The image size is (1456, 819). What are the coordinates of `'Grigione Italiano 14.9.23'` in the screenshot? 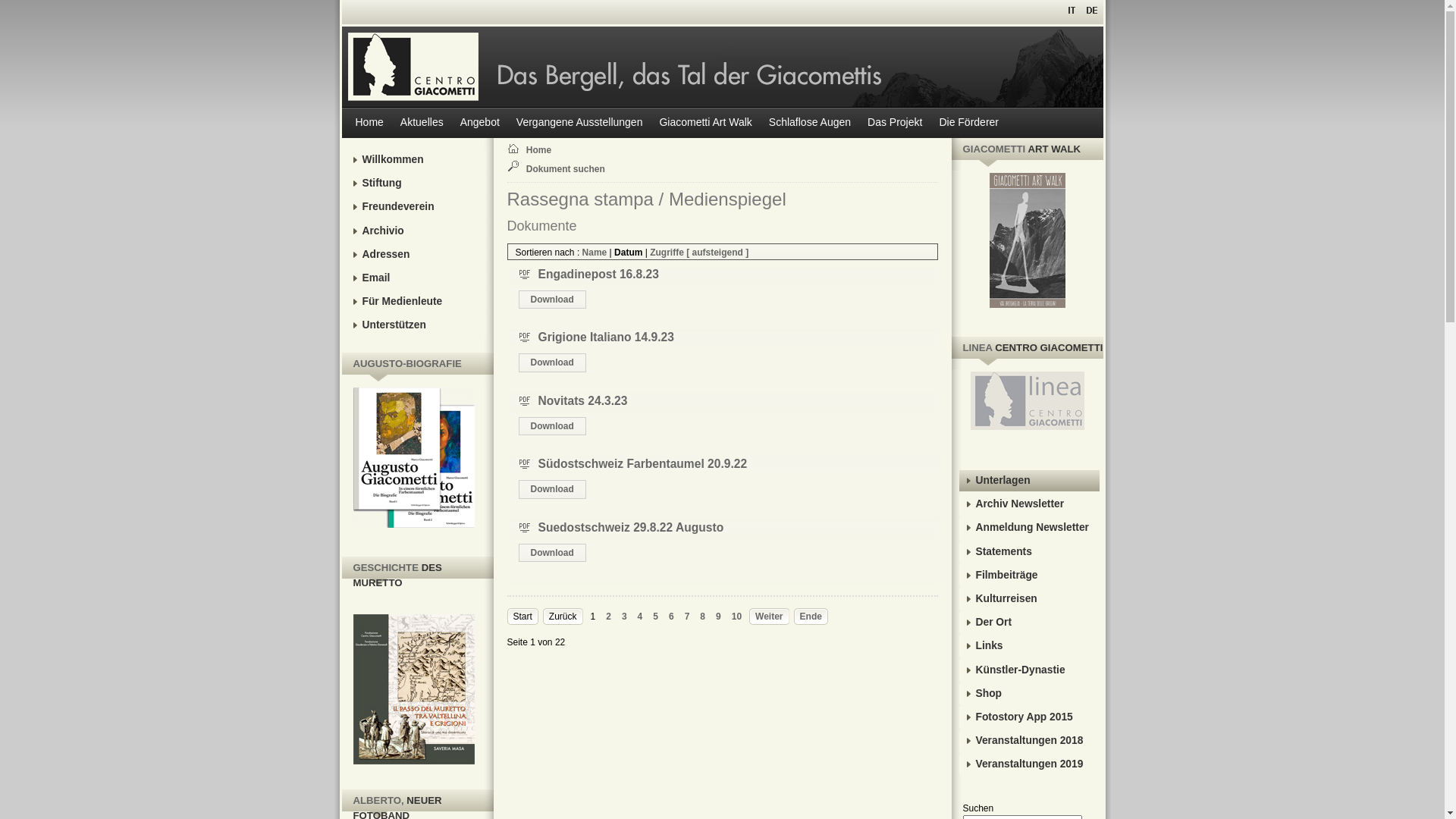 It's located at (538, 336).